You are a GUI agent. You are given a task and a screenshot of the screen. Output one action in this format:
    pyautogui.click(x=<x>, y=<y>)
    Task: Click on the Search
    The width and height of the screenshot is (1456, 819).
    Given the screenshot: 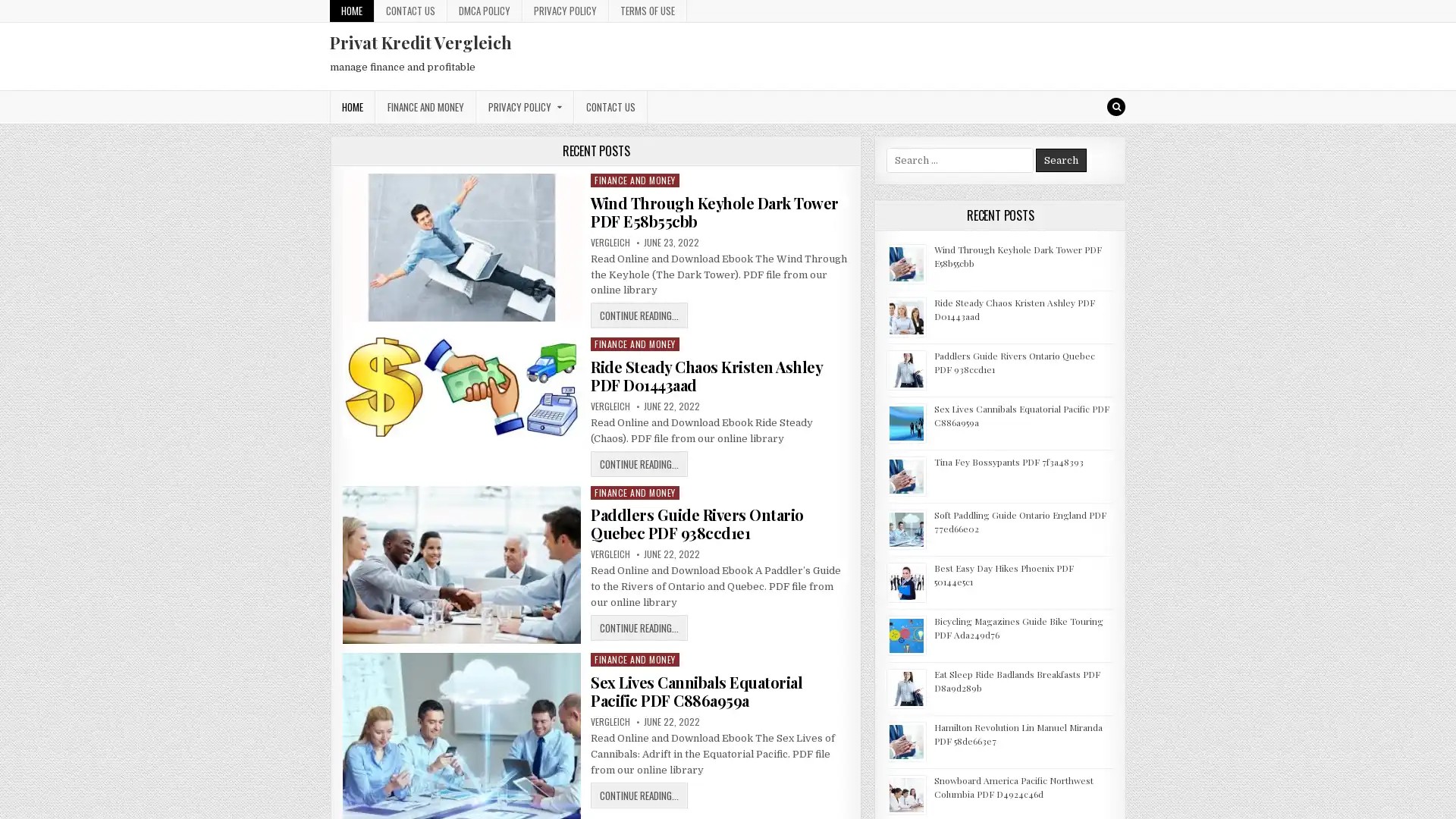 What is the action you would take?
    pyautogui.click(x=1060, y=160)
    